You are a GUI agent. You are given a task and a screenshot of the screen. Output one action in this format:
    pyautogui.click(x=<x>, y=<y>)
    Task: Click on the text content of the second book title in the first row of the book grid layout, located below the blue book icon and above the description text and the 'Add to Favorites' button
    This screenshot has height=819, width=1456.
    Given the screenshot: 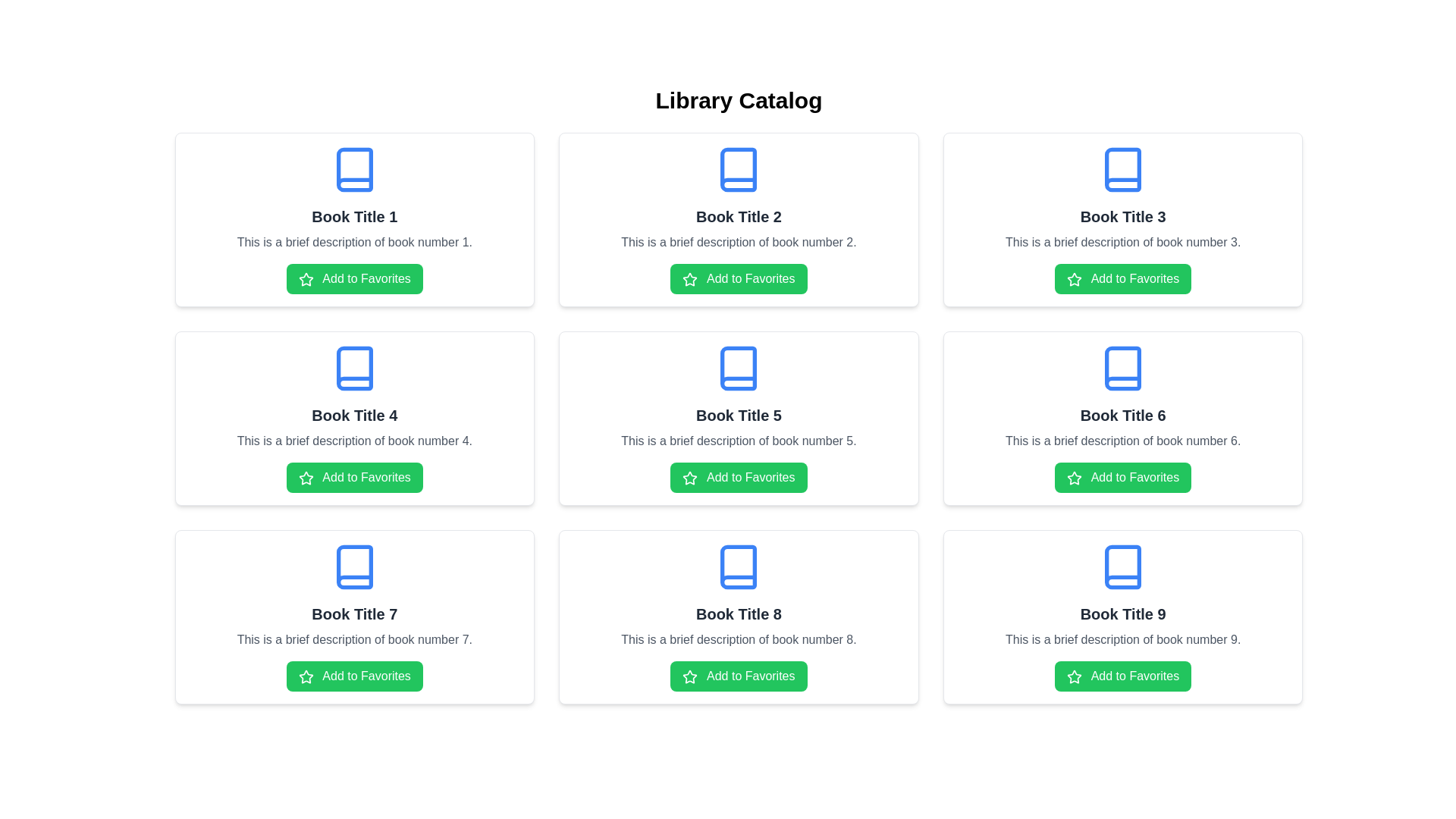 What is the action you would take?
    pyautogui.click(x=739, y=216)
    